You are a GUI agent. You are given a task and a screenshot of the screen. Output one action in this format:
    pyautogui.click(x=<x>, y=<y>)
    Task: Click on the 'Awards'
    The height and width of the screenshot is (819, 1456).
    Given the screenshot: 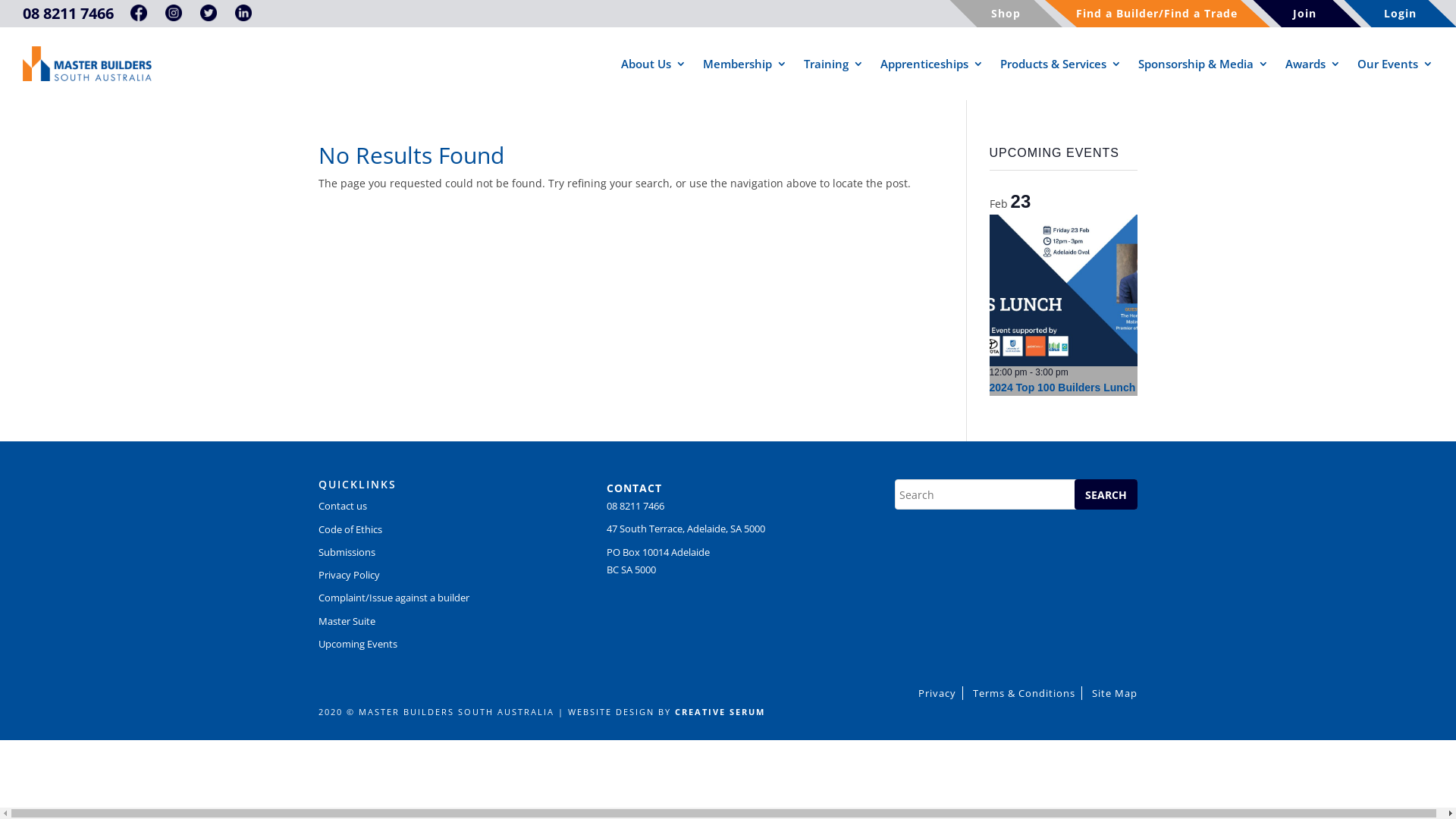 What is the action you would take?
    pyautogui.click(x=1312, y=63)
    